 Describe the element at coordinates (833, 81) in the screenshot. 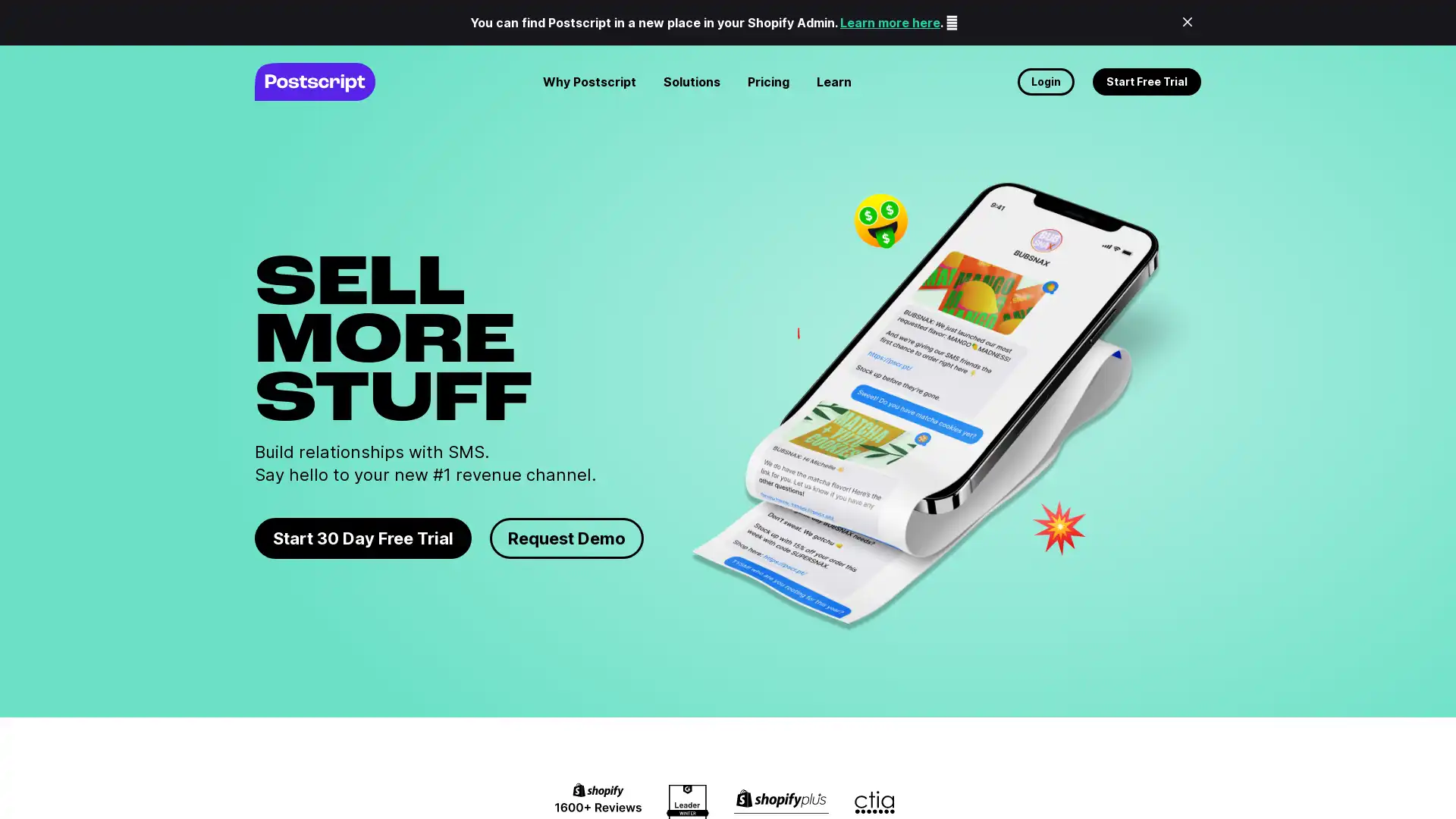

I see `Learn` at that location.